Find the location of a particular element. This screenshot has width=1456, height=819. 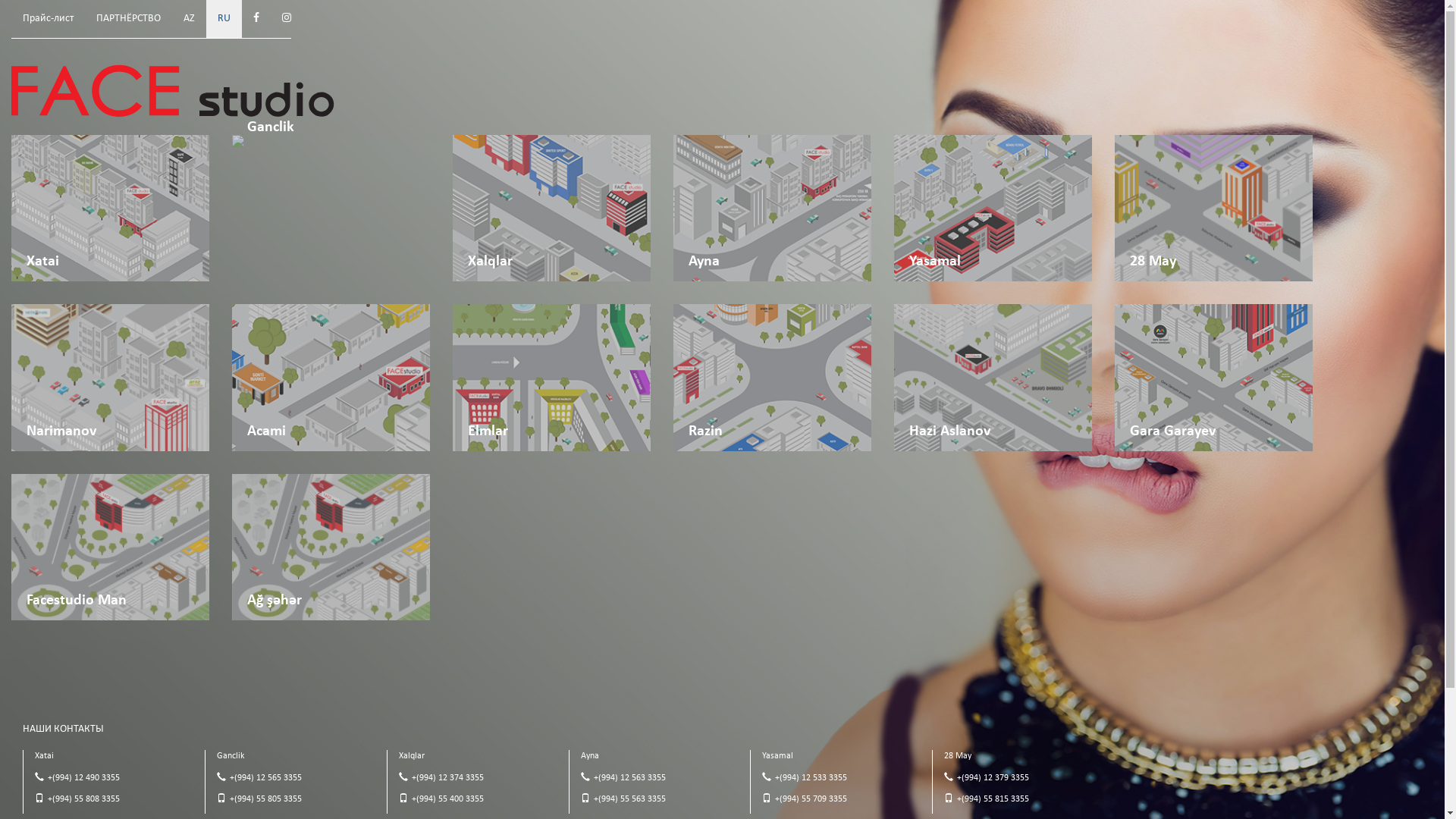

'+(994) 55 400 3355' is located at coordinates (447, 798).